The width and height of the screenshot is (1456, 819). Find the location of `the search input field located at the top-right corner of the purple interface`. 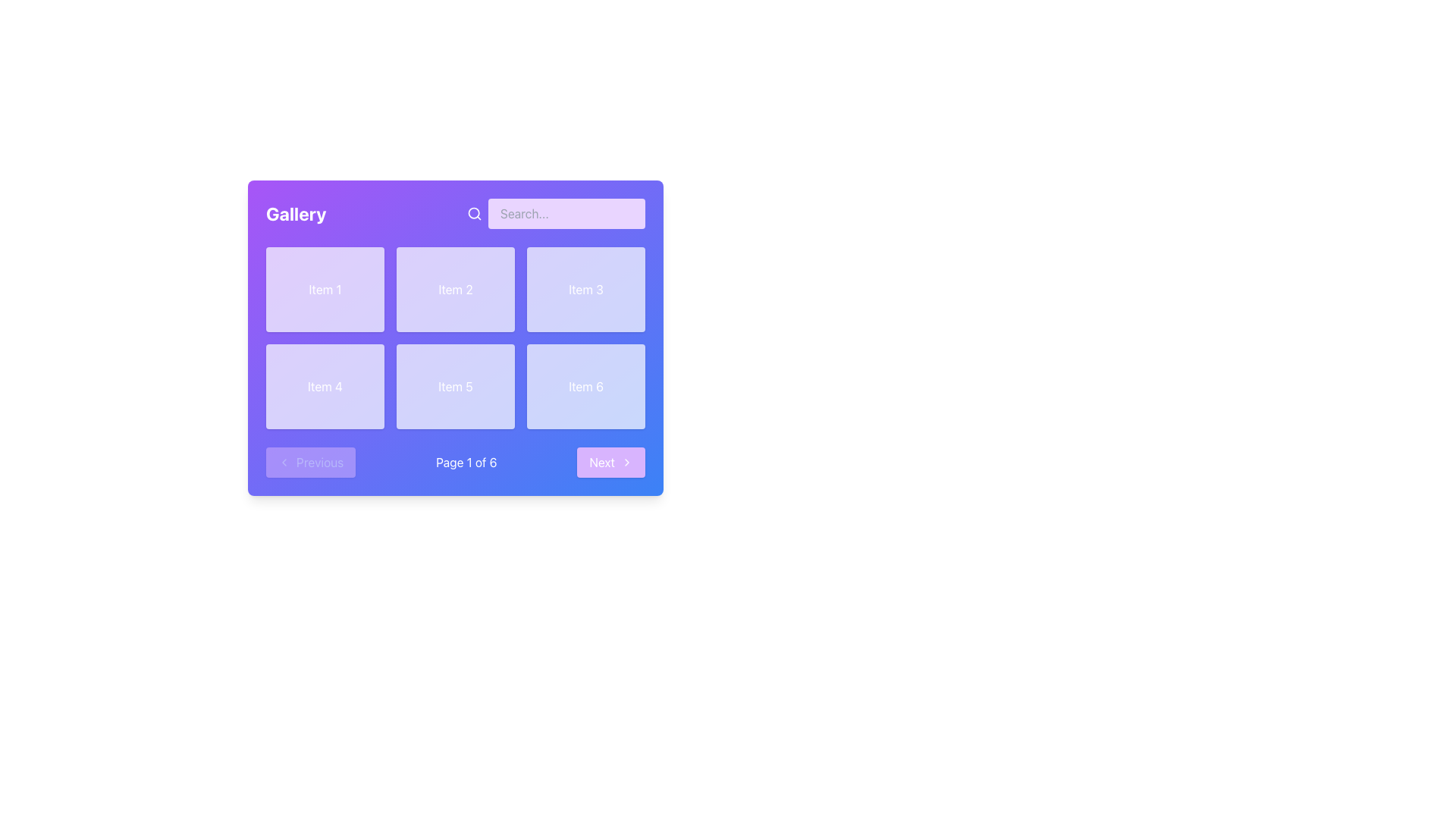

the search input field located at the top-right corner of the purple interface is located at coordinates (566, 213).